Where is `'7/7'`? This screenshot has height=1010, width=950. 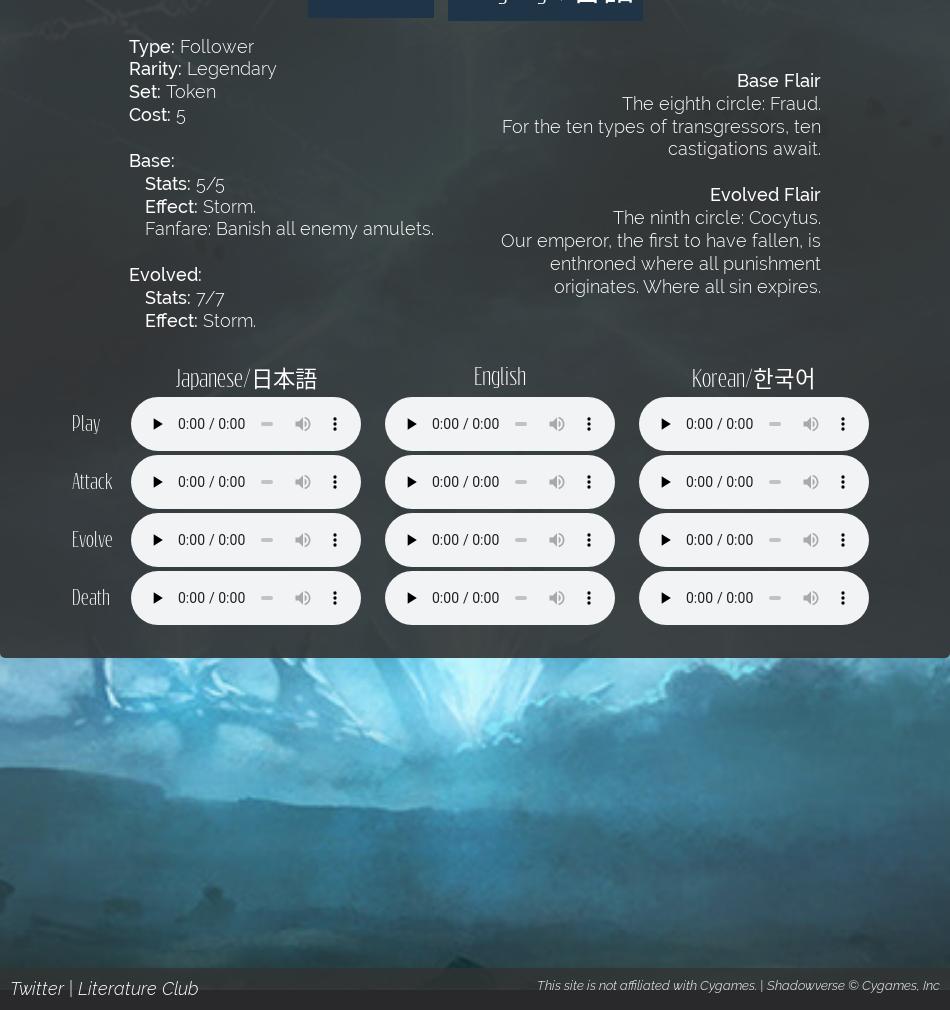
'7/7' is located at coordinates (207, 296).